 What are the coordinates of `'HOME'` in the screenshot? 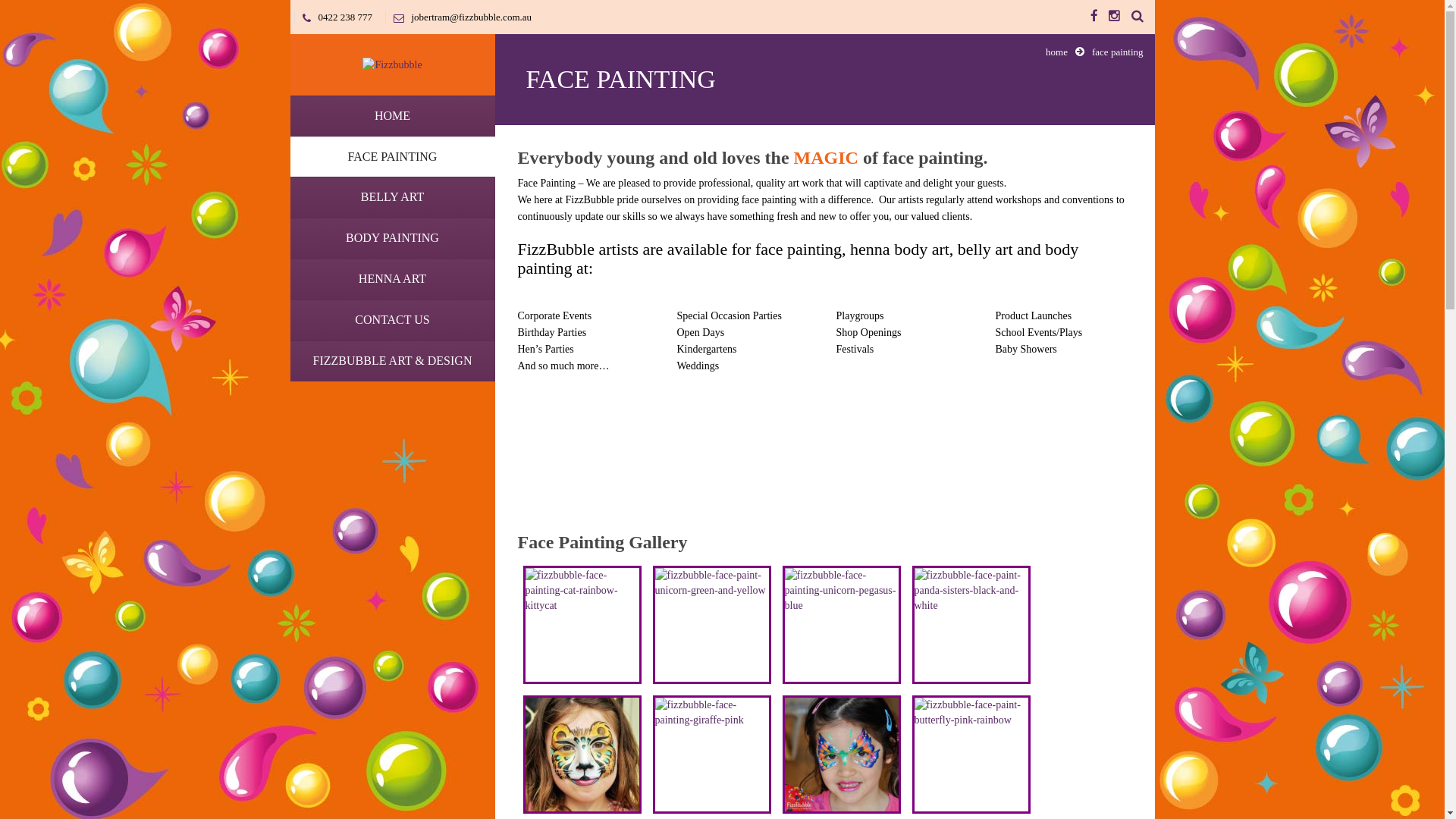 It's located at (392, 115).